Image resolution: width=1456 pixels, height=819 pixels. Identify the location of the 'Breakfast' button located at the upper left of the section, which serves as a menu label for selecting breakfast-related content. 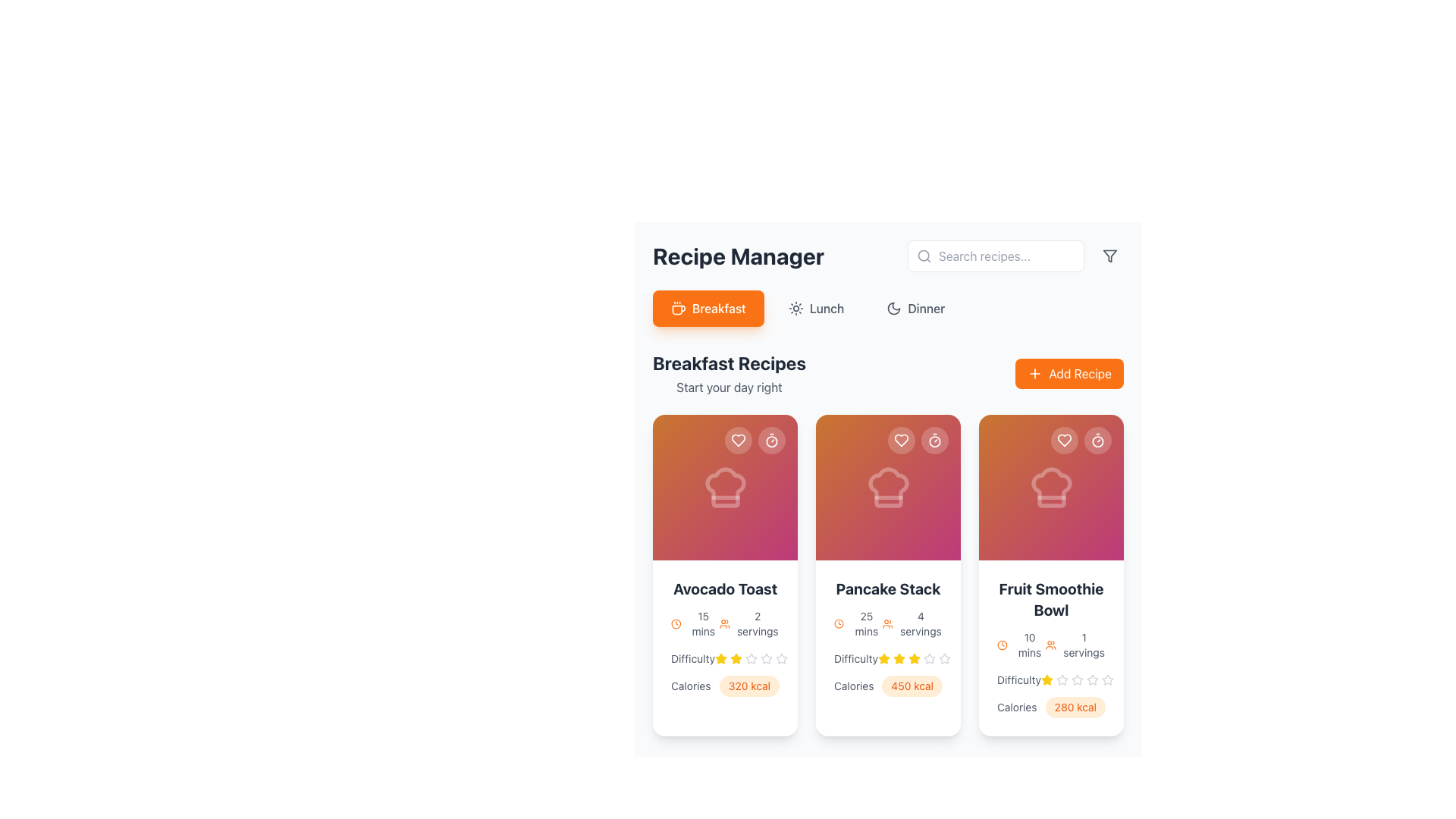
(718, 308).